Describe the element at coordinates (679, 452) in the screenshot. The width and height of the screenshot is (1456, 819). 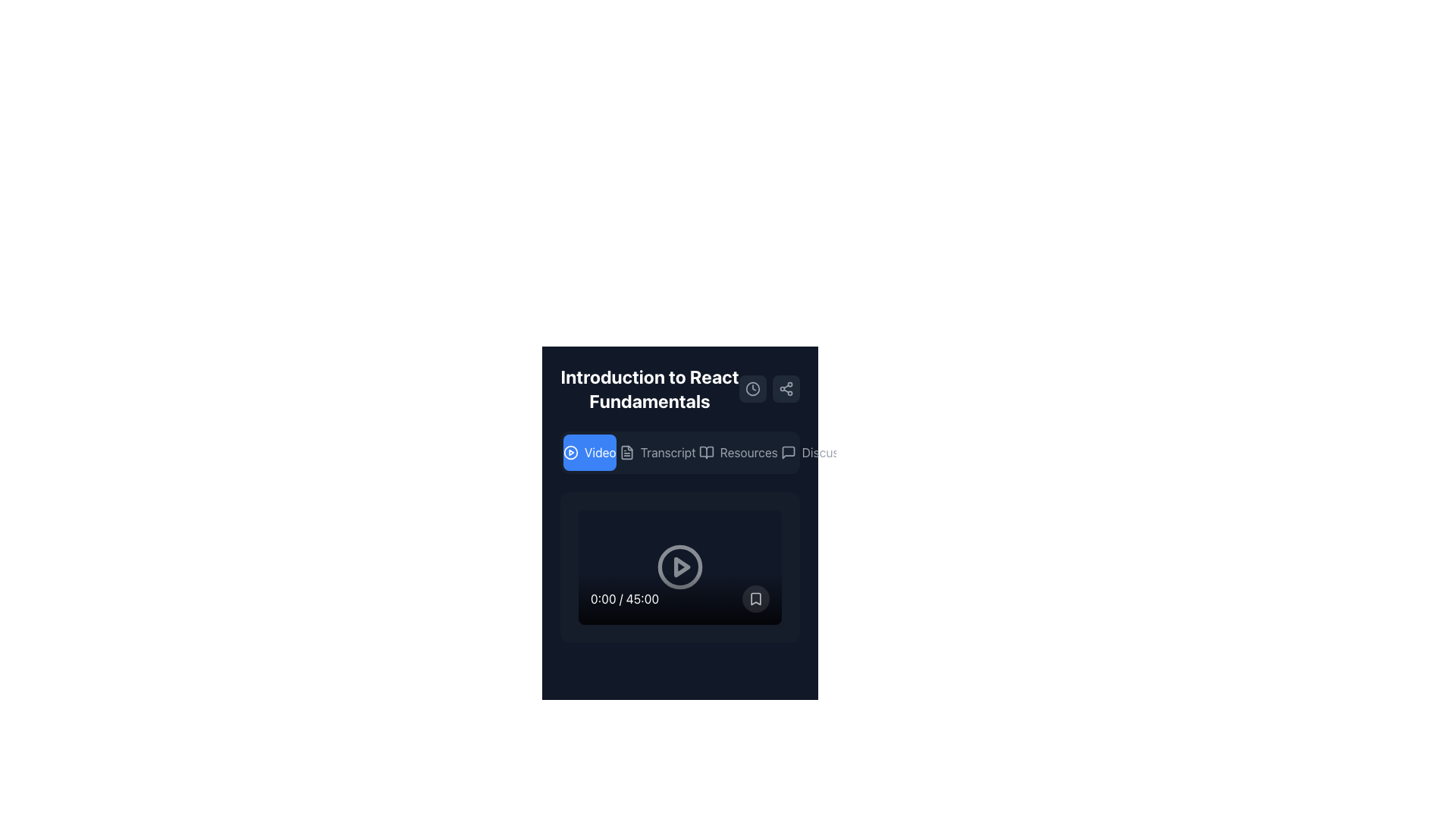
I see `the 'Transcript' button, which is the second button in a horizontally arranged group of options labeled 'Video', 'Transcript', 'Resources', and 'Discussion', located below the header 'Introduction to React Fundamentals'` at that location.